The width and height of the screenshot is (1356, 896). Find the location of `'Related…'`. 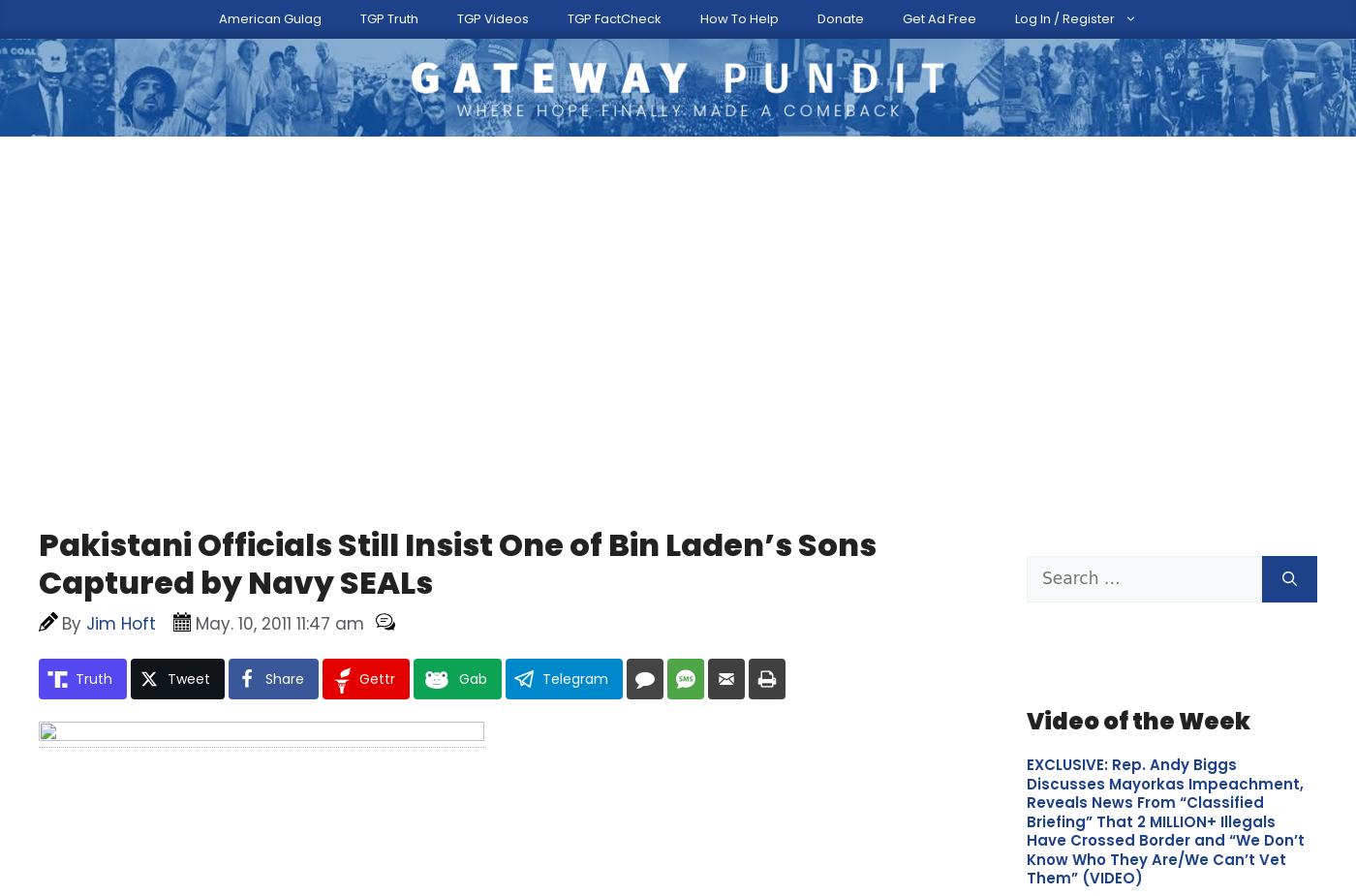

'Related…' is located at coordinates (83, 382).